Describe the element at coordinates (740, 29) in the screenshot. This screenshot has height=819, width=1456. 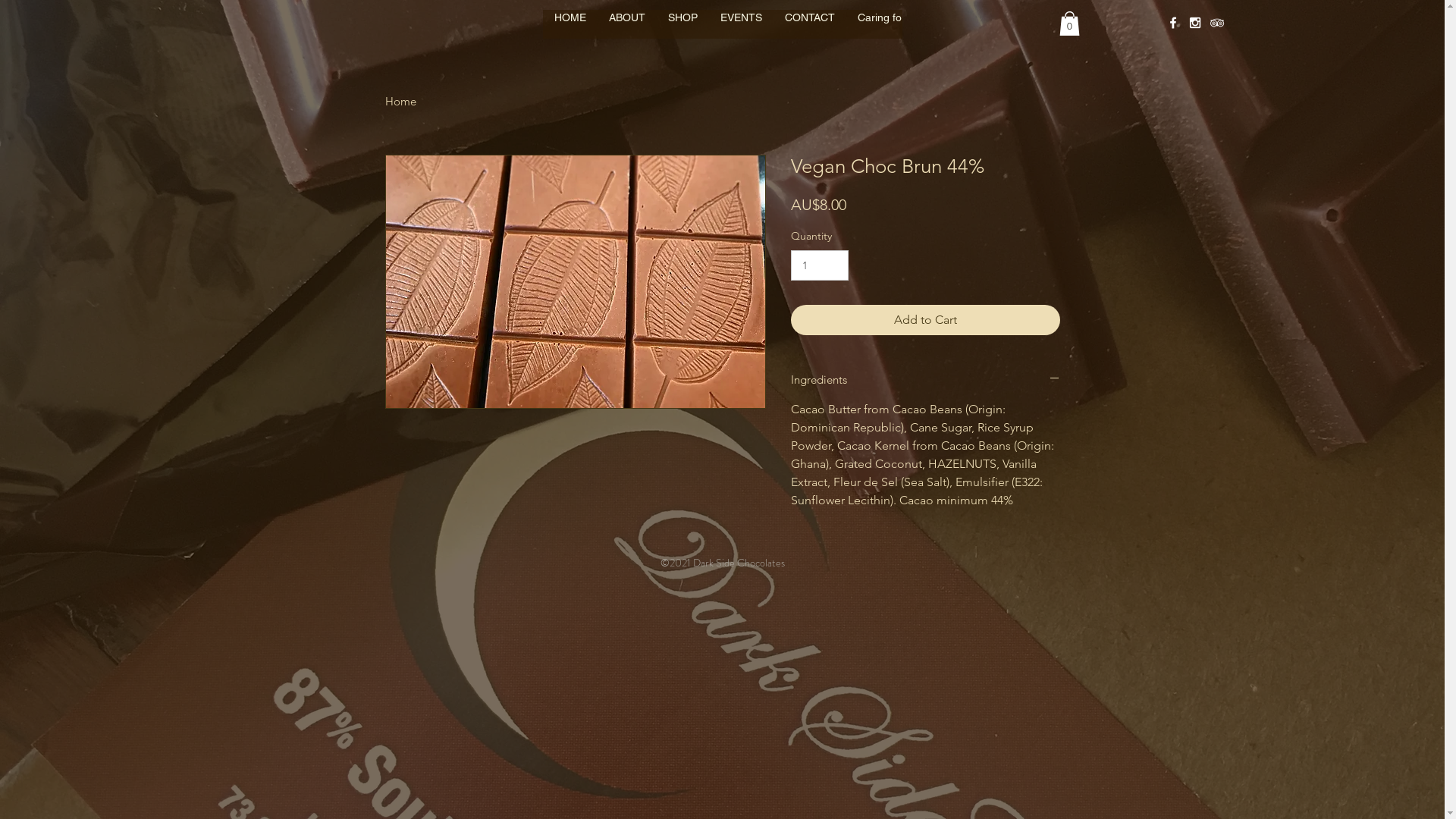
I see `'EVENTS'` at that location.